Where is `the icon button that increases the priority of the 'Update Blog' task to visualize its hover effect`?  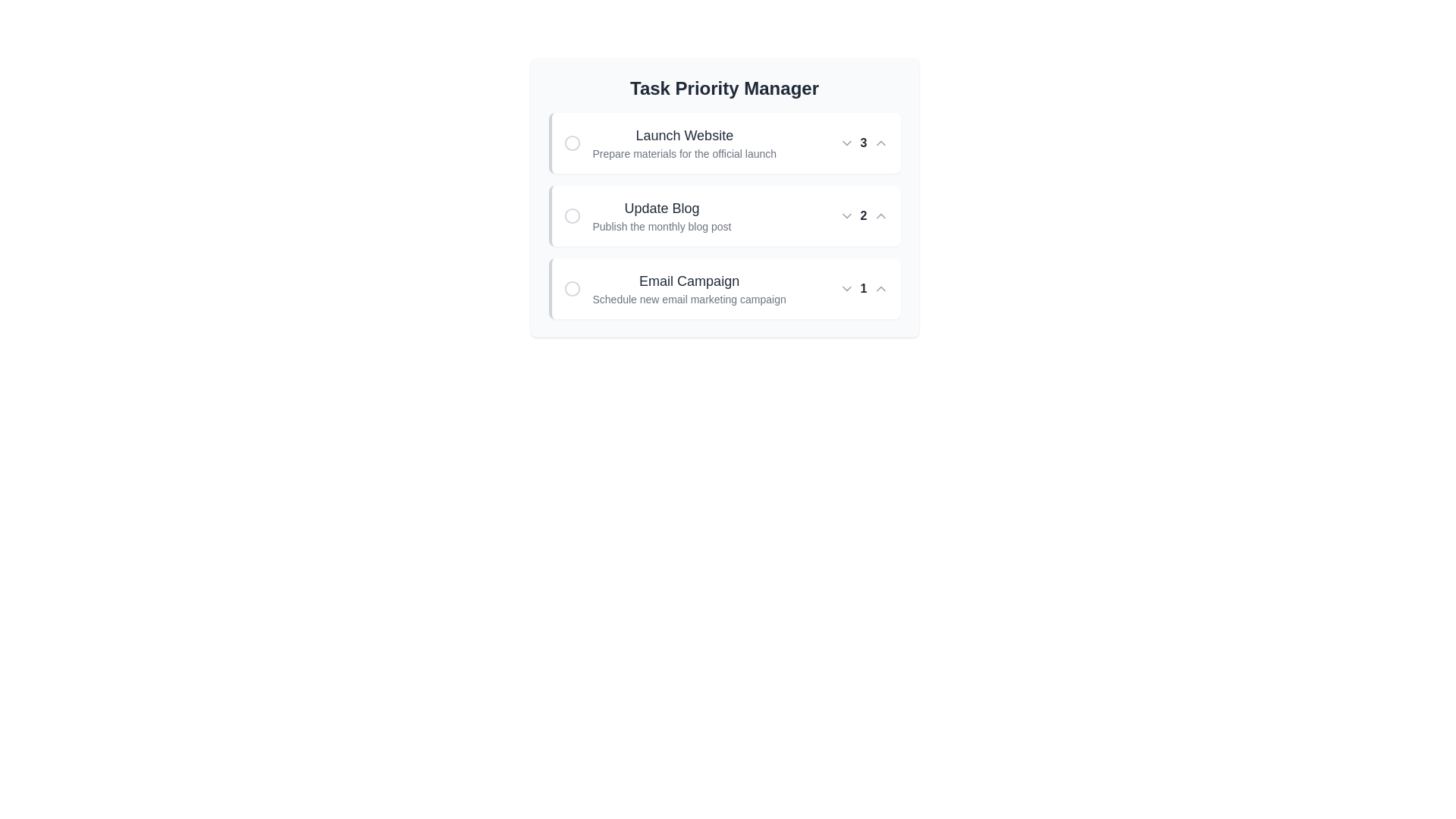
the icon button that increases the priority of the 'Update Blog' task to visualize its hover effect is located at coordinates (880, 216).